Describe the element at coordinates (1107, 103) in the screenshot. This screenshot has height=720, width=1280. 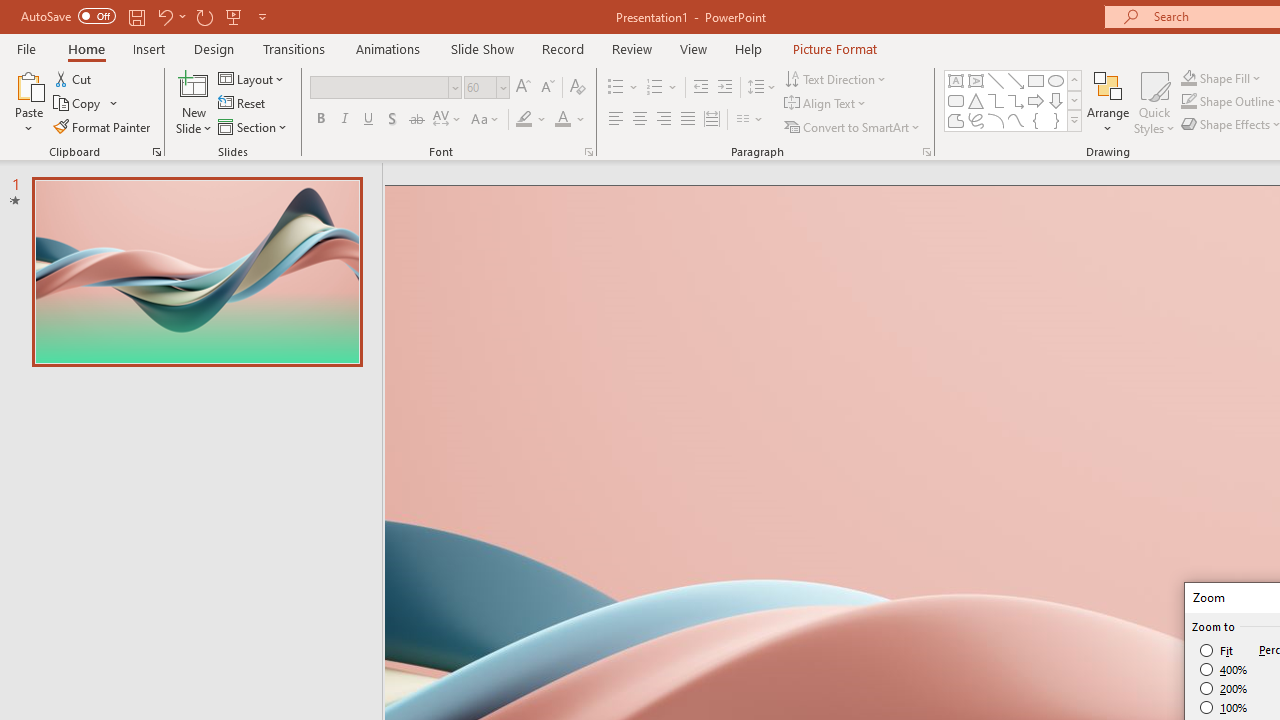
I see `'Arrange'` at that location.